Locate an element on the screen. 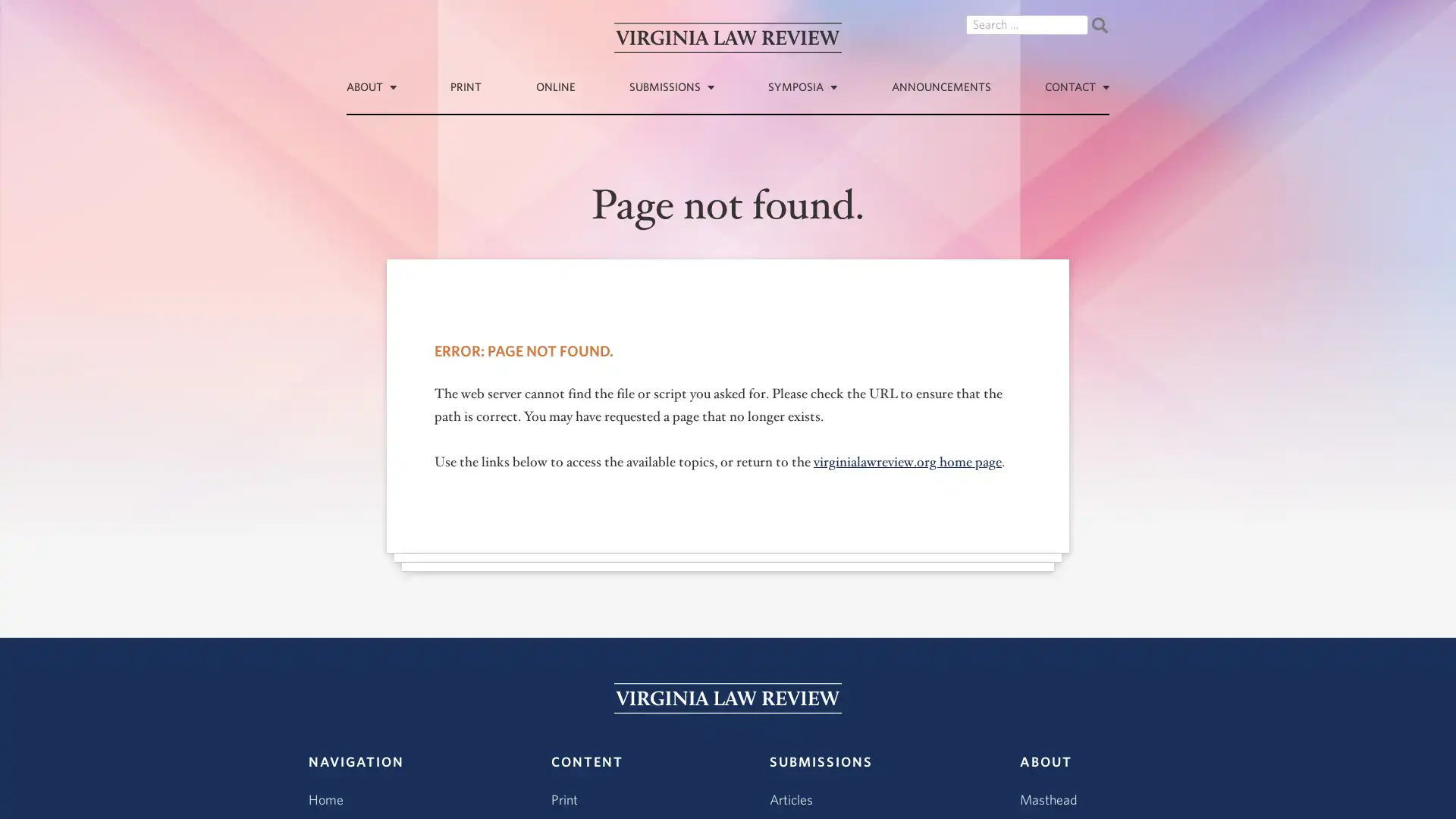 The height and width of the screenshot is (819, 1456). Search is located at coordinates (1099, 25).